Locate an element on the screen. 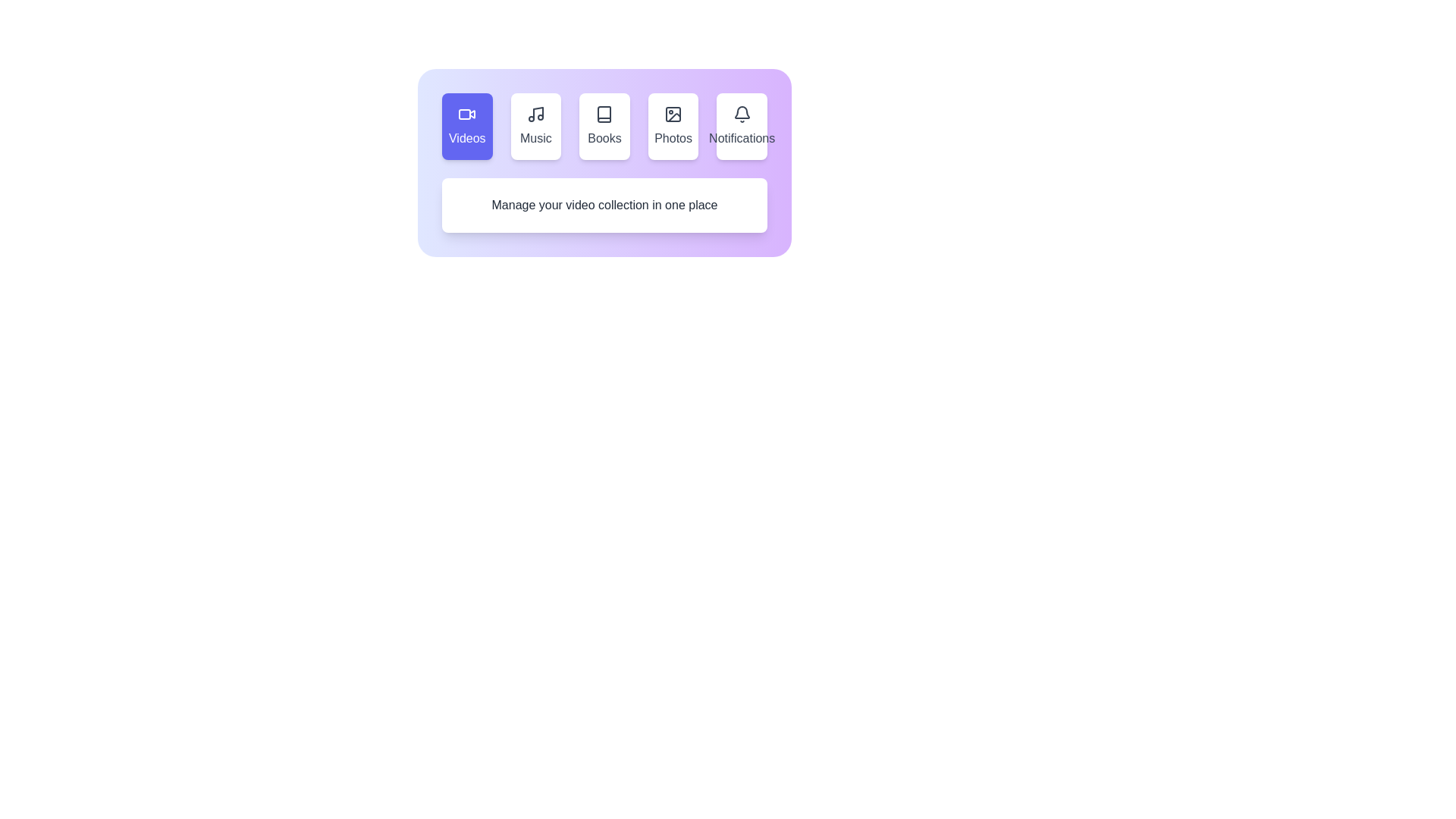 This screenshot has width=1456, height=819. the tab labeled Photos to switch to it is located at coordinates (673, 125).